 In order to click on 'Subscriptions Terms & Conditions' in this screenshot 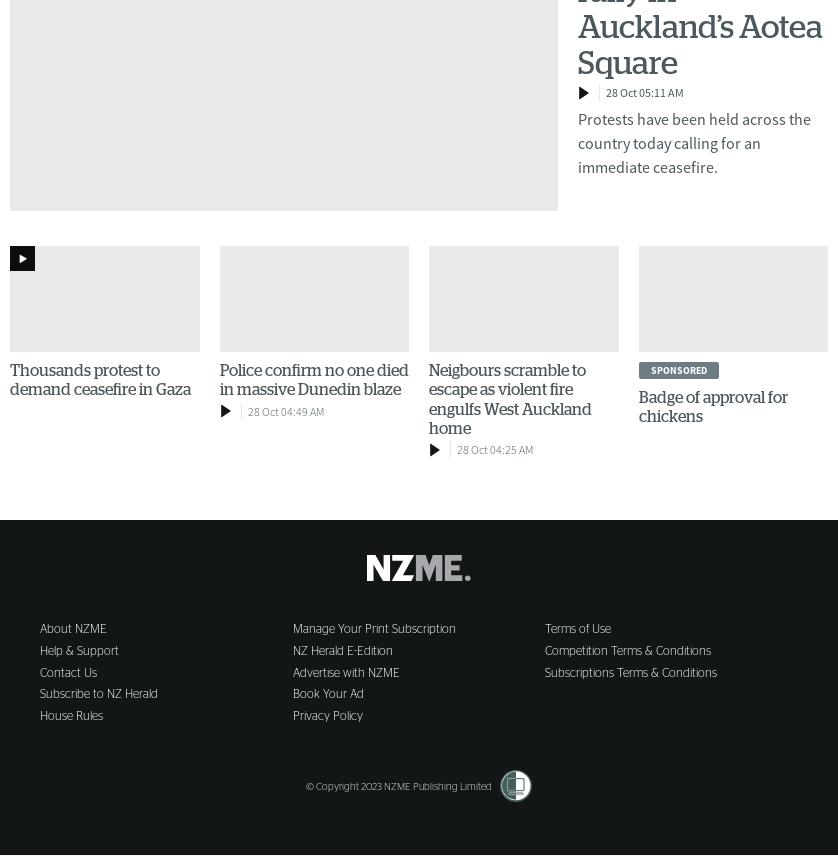, I will do `click(545, 671)`.